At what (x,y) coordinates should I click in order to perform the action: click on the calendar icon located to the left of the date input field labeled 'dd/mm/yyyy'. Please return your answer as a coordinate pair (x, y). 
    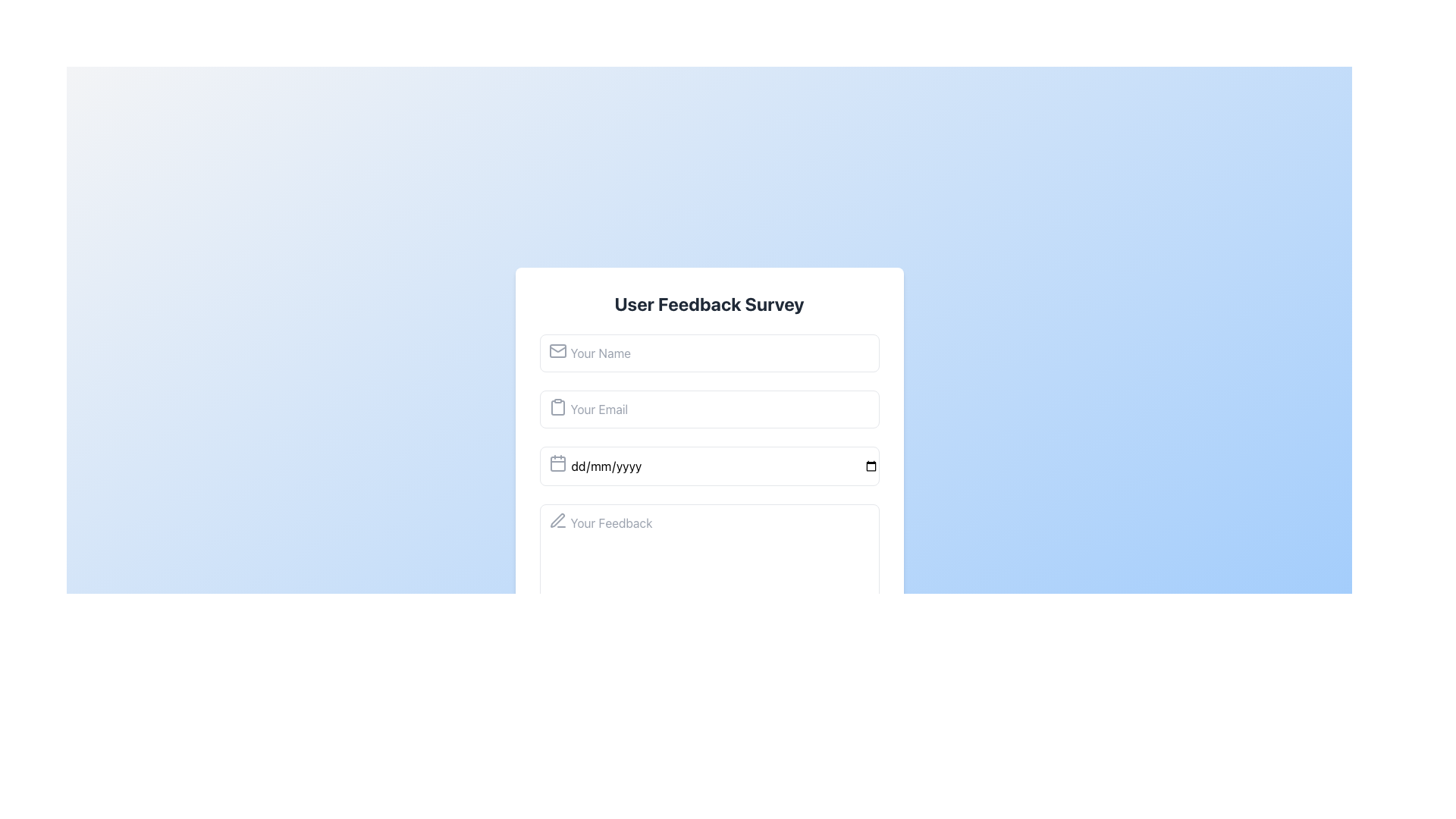
    Looking at the image, I should click on (557, 462).